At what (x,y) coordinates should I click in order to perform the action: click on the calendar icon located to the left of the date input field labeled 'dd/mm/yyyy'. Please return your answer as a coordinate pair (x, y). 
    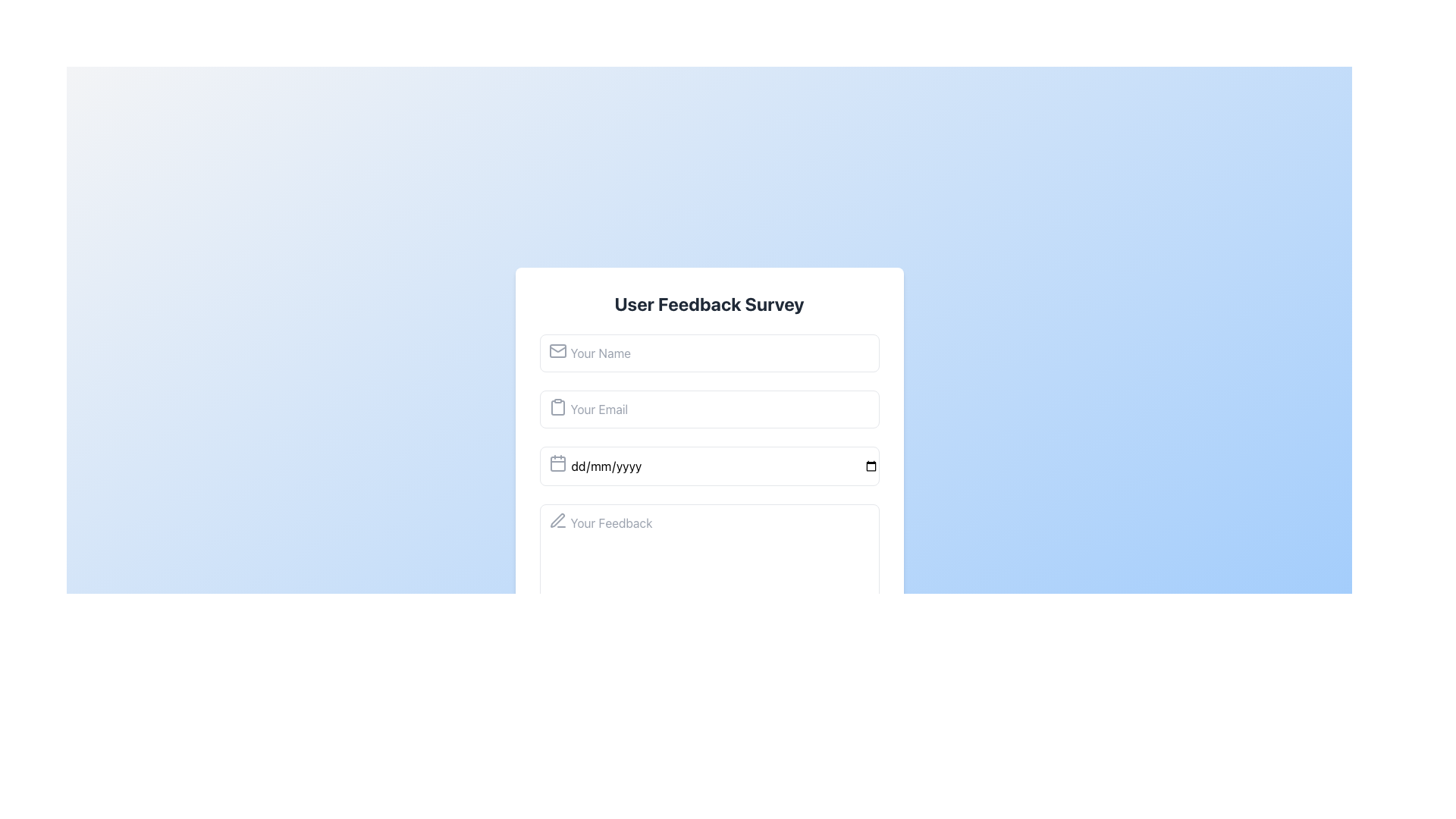
    Looking at the image, I should click on (557, 462).